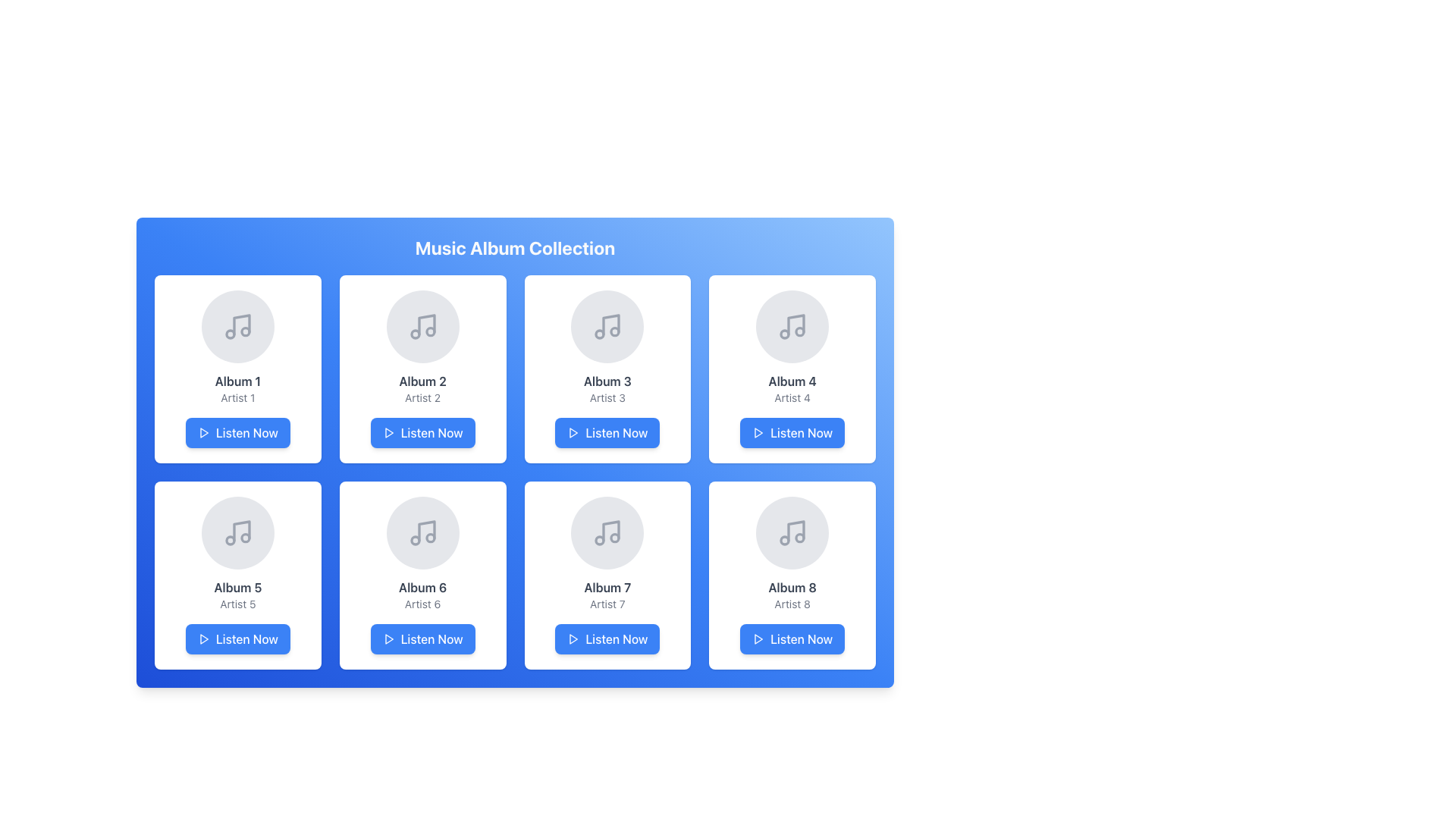  I want to click on the play button located in the bottom-left corner of the 'Album 5' card, so click(237, 639).